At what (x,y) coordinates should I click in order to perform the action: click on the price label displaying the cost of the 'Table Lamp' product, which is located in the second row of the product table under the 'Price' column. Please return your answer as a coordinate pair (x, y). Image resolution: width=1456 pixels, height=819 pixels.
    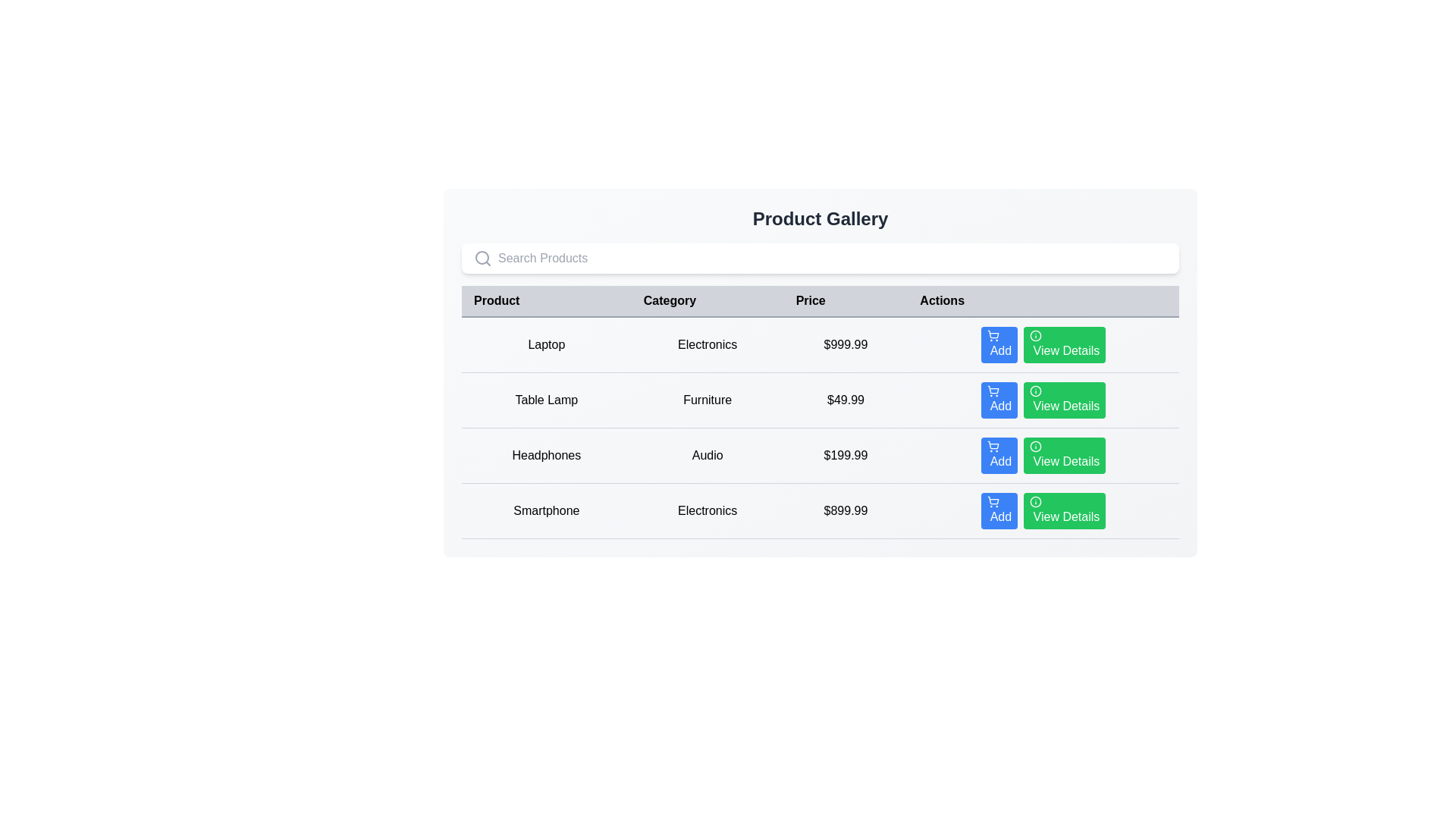
    Looking at the image, I should click on (845, 400).